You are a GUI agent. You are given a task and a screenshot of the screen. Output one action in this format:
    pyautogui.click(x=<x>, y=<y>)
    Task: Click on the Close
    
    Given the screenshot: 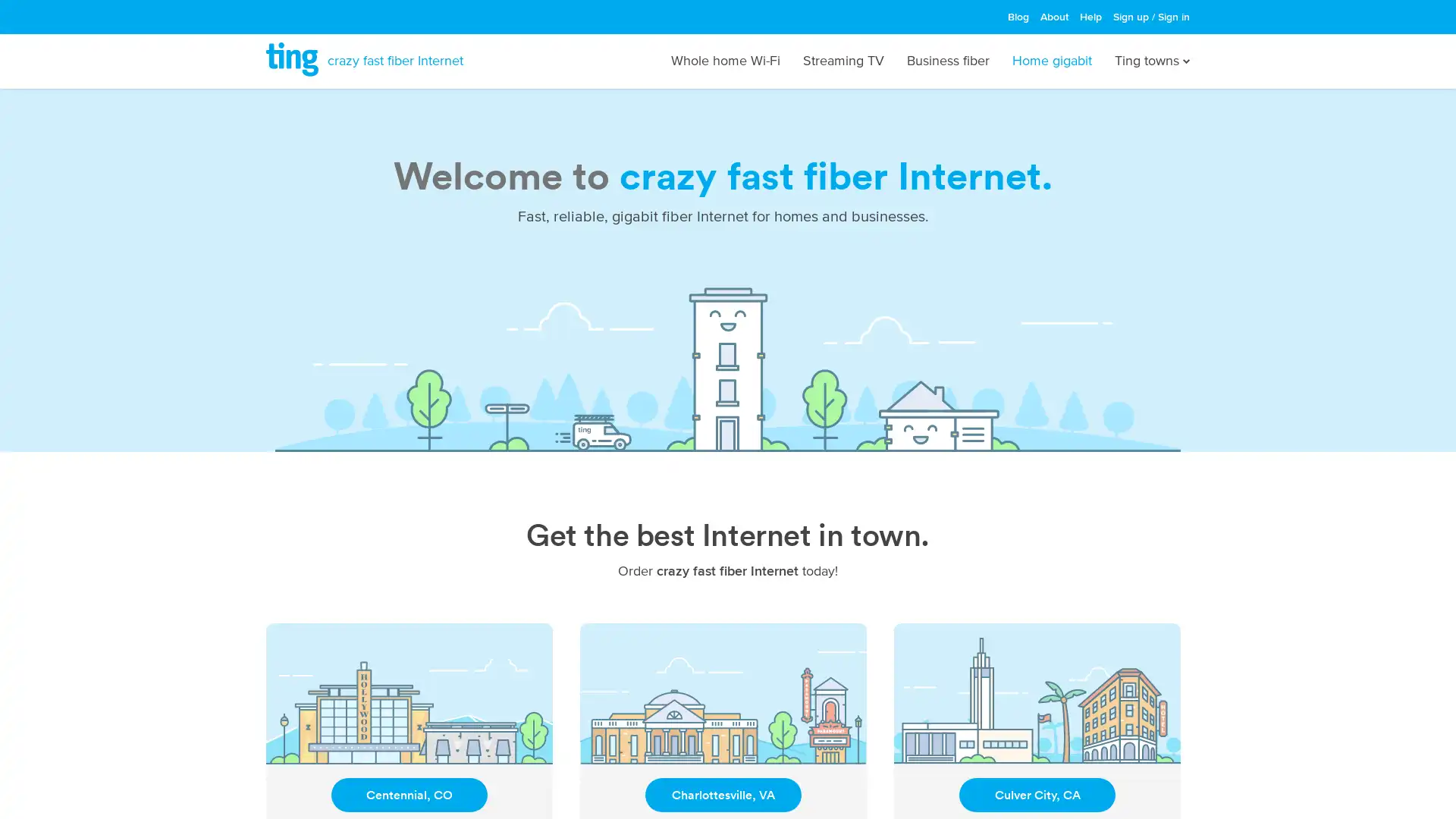 What is the action you would take?
    pyautogui.click(x=925, y=276)
    